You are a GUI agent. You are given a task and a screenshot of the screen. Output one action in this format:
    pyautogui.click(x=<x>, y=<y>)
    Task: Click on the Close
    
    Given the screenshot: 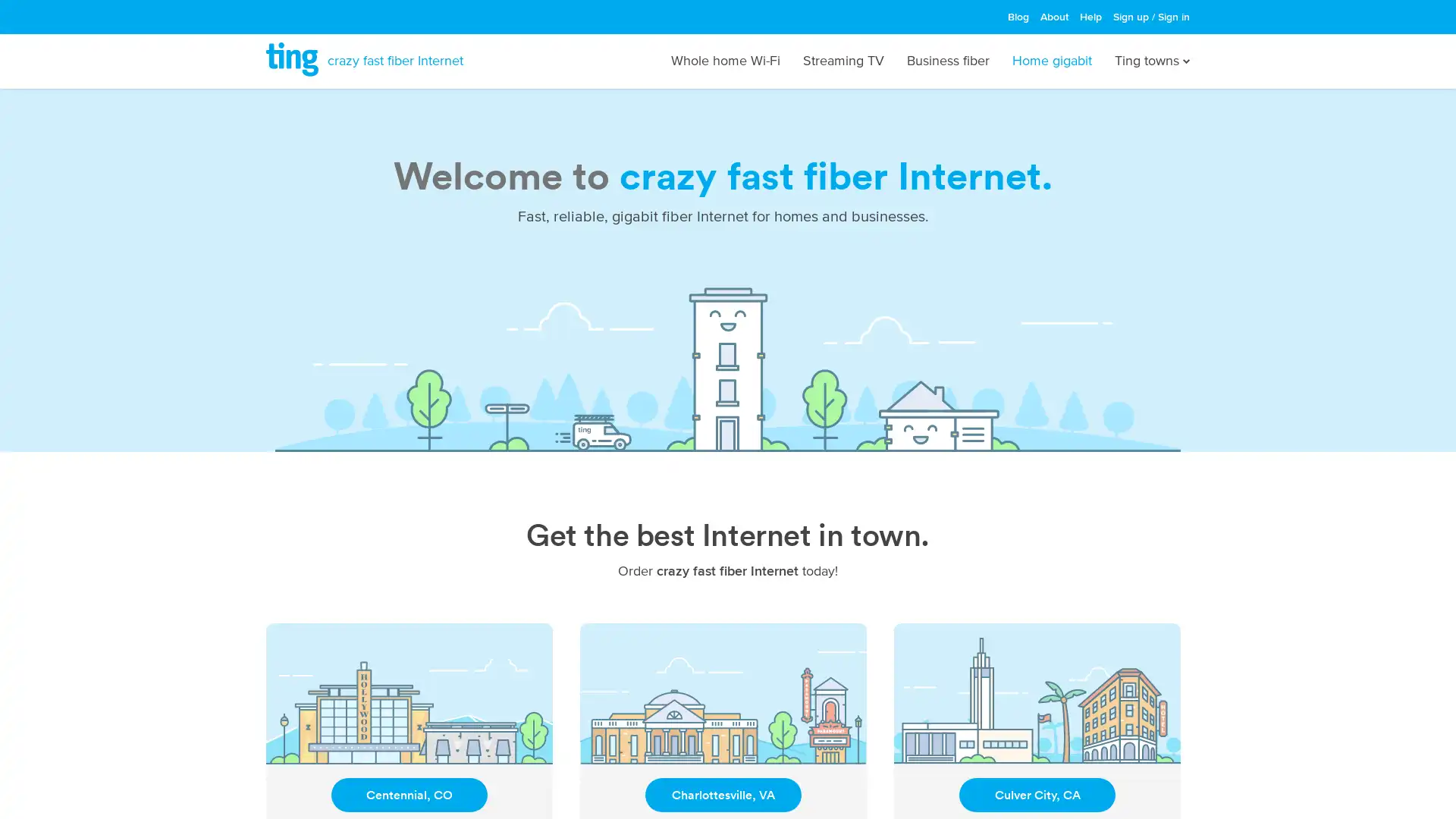 What is the action you would take?
    pyautogui.click(x=925, y=276)
    